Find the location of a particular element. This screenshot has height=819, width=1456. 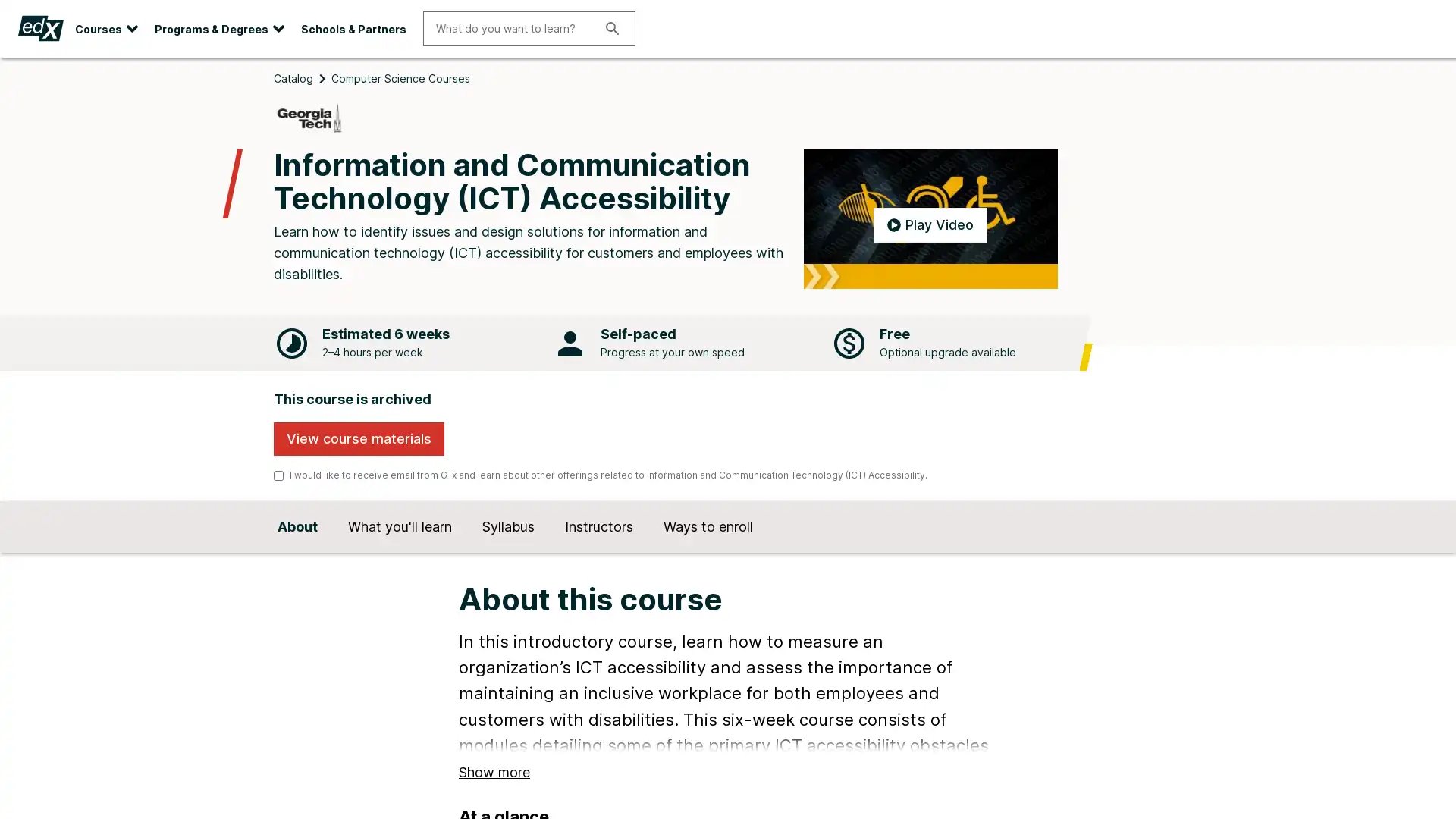

Show more is located at coordinates (494, 794).